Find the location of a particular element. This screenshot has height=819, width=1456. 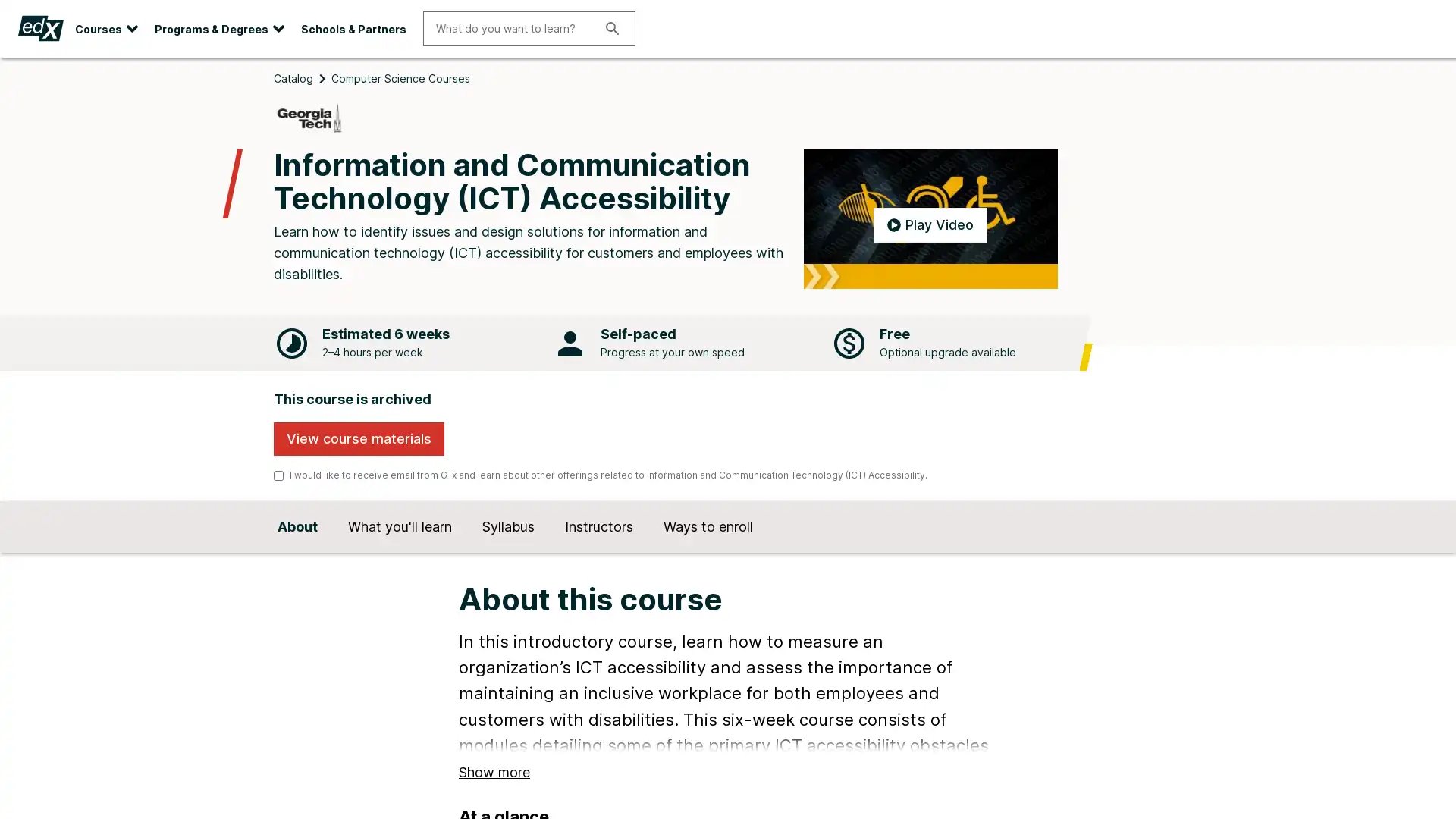

Show more is located at coordinates (494, 794).